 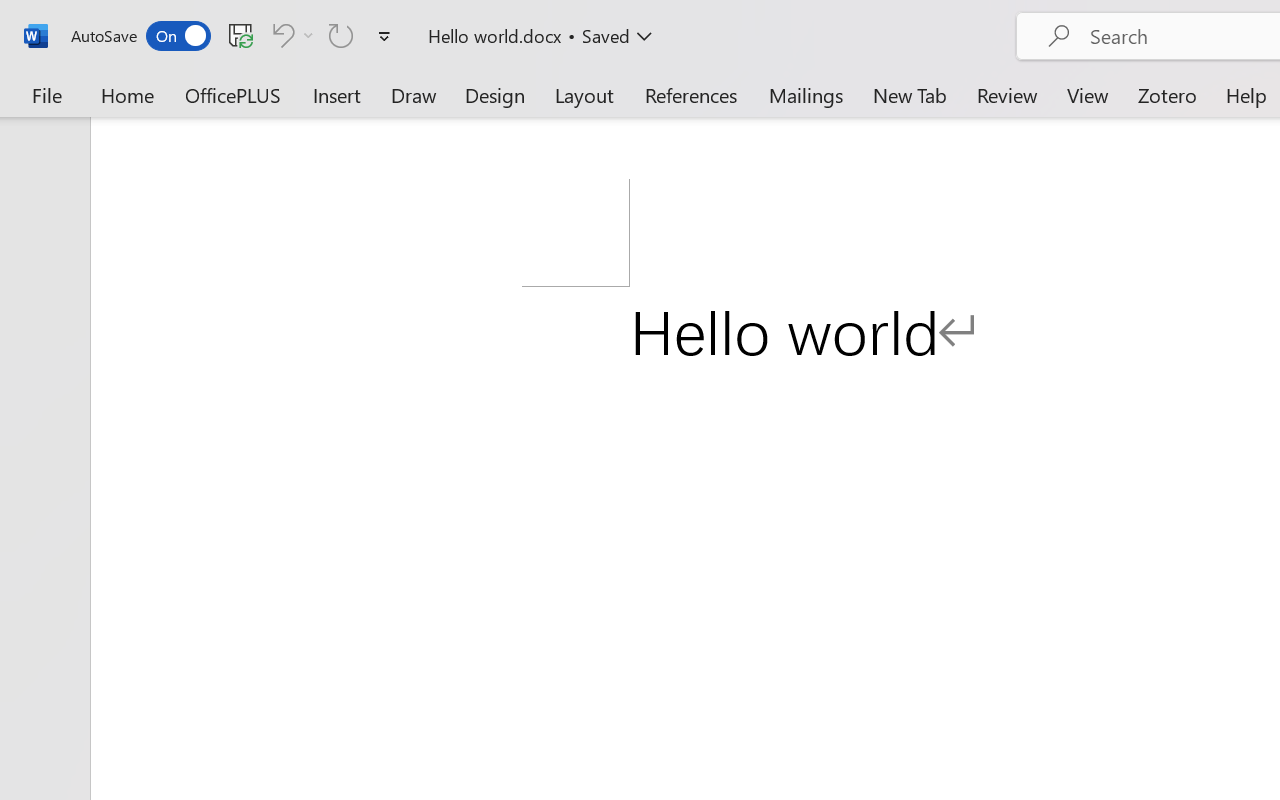 What do you see at coordinates (909, 94) in the screenshot?
I see `'New Tab'` at bounding box center [909, 94].